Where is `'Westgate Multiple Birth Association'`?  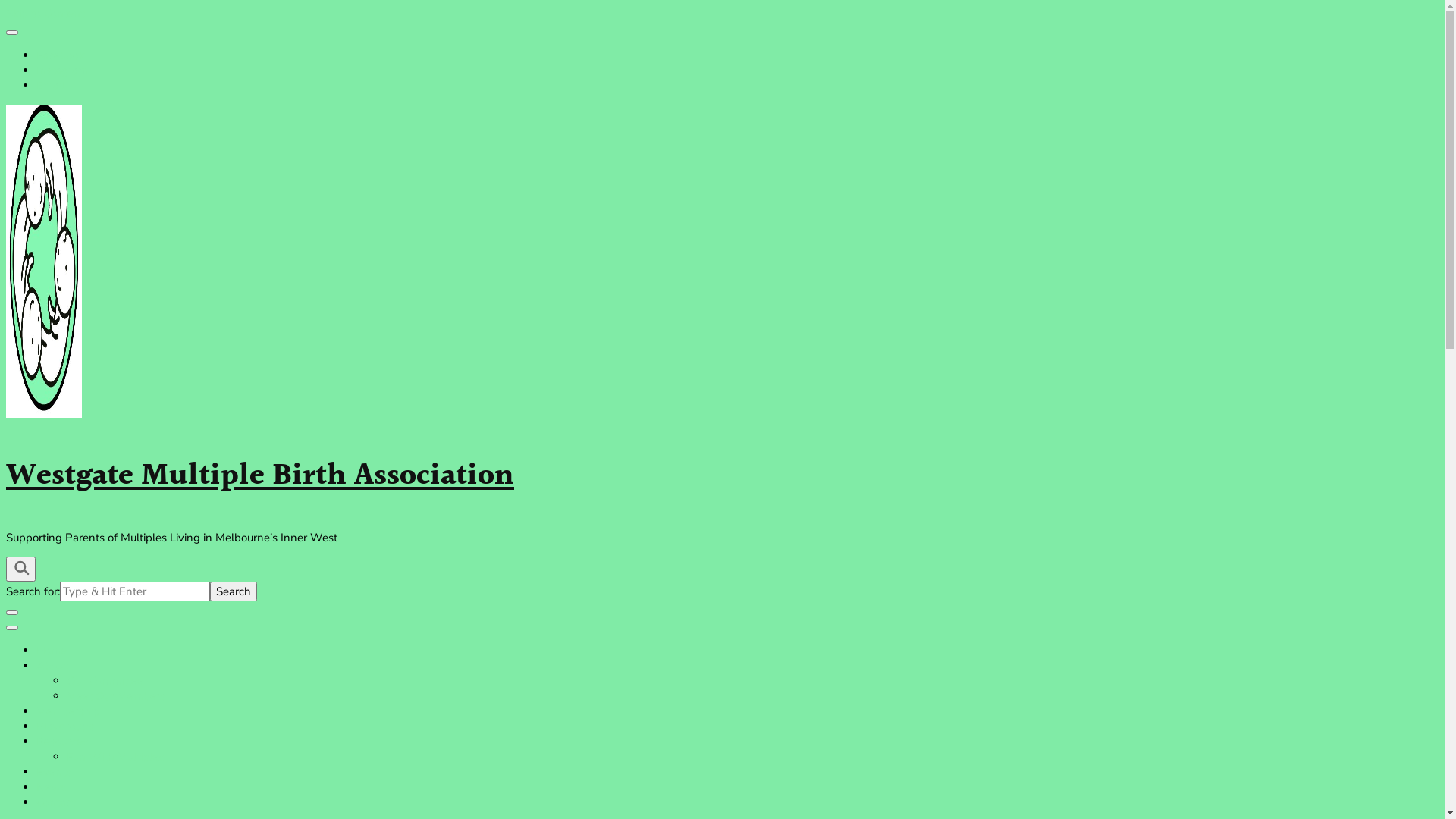 'Westgate Multiple Birth Association' is located at coordinates (259, 475).